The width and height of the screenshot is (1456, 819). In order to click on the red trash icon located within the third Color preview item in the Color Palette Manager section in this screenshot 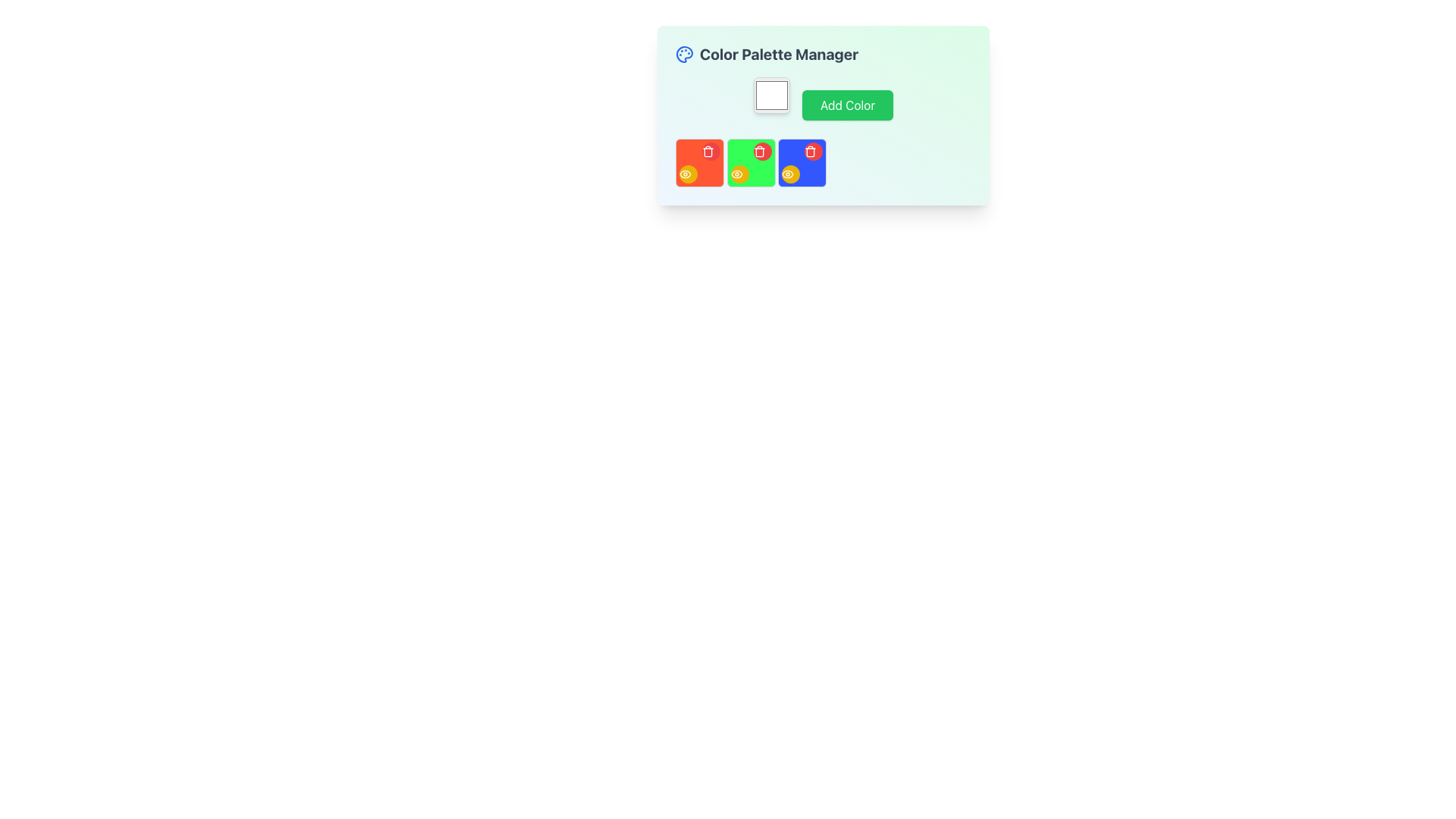, I will do `click(822, 163)`.